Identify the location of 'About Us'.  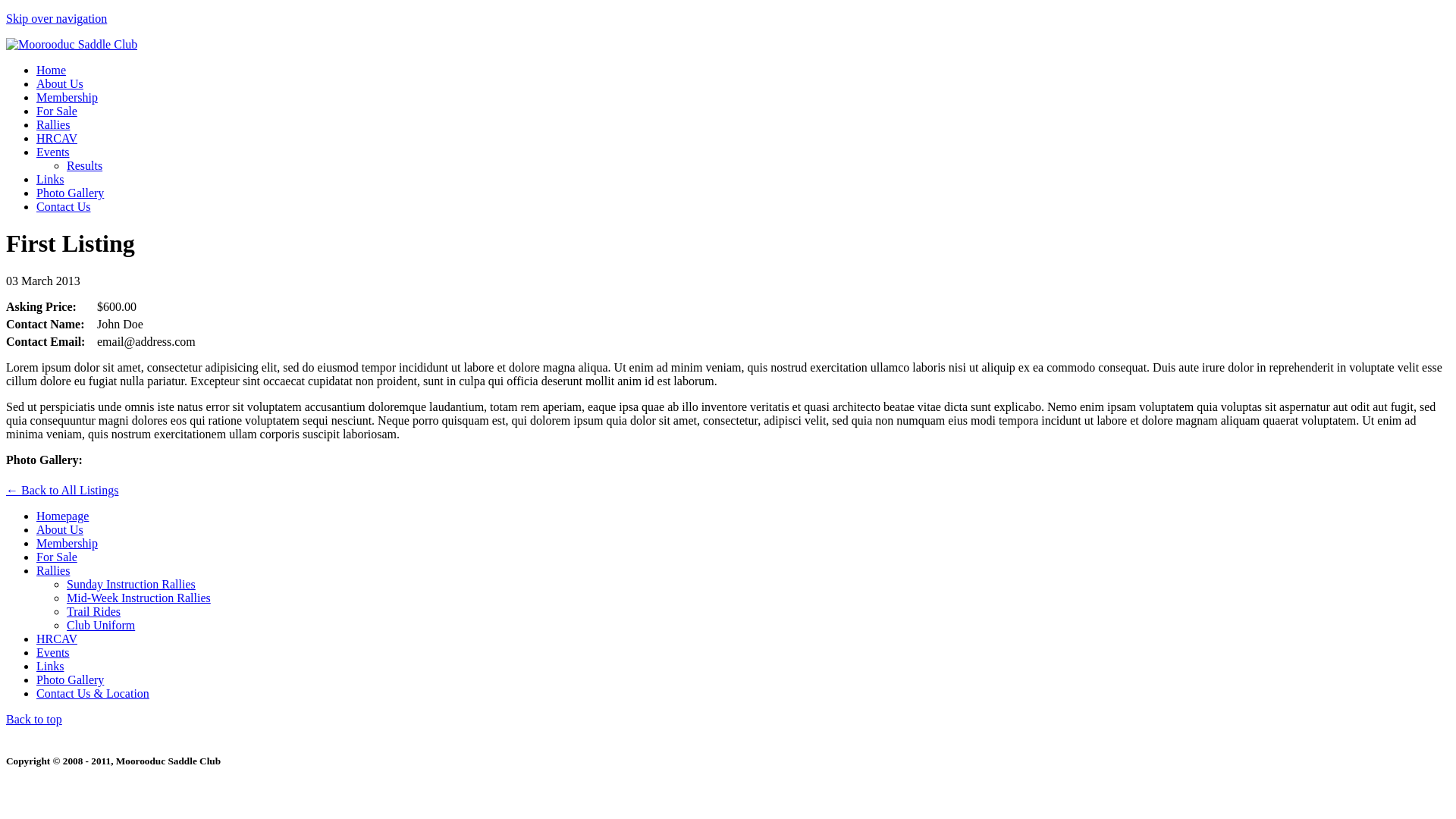
(59, 83).